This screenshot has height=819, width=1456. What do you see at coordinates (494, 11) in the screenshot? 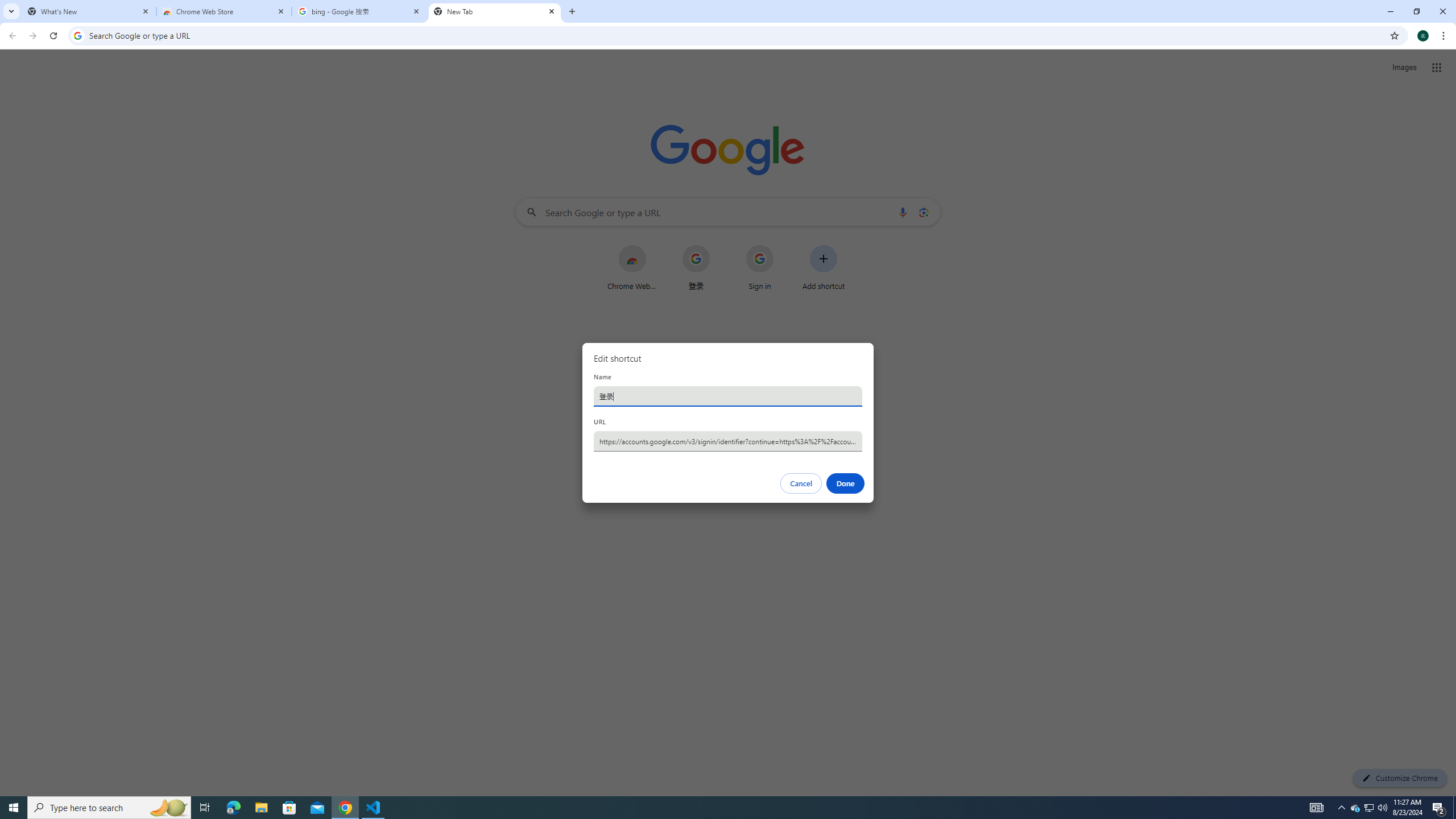
I see `'New Tab'` at bounding box center [494, 11].